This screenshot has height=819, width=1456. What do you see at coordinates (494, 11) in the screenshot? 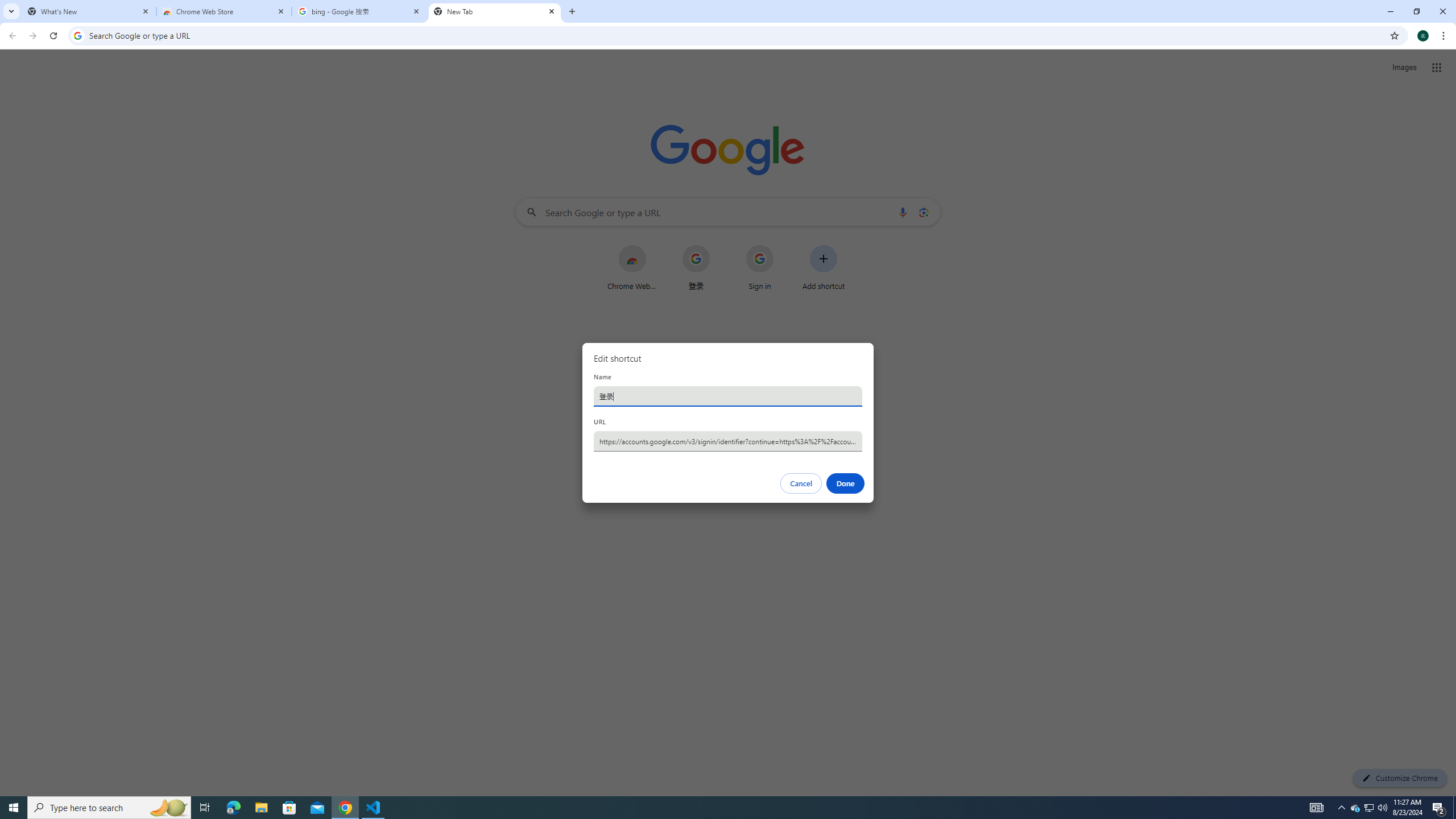
I see `'New Tab'` at bounding box center [494, 11].